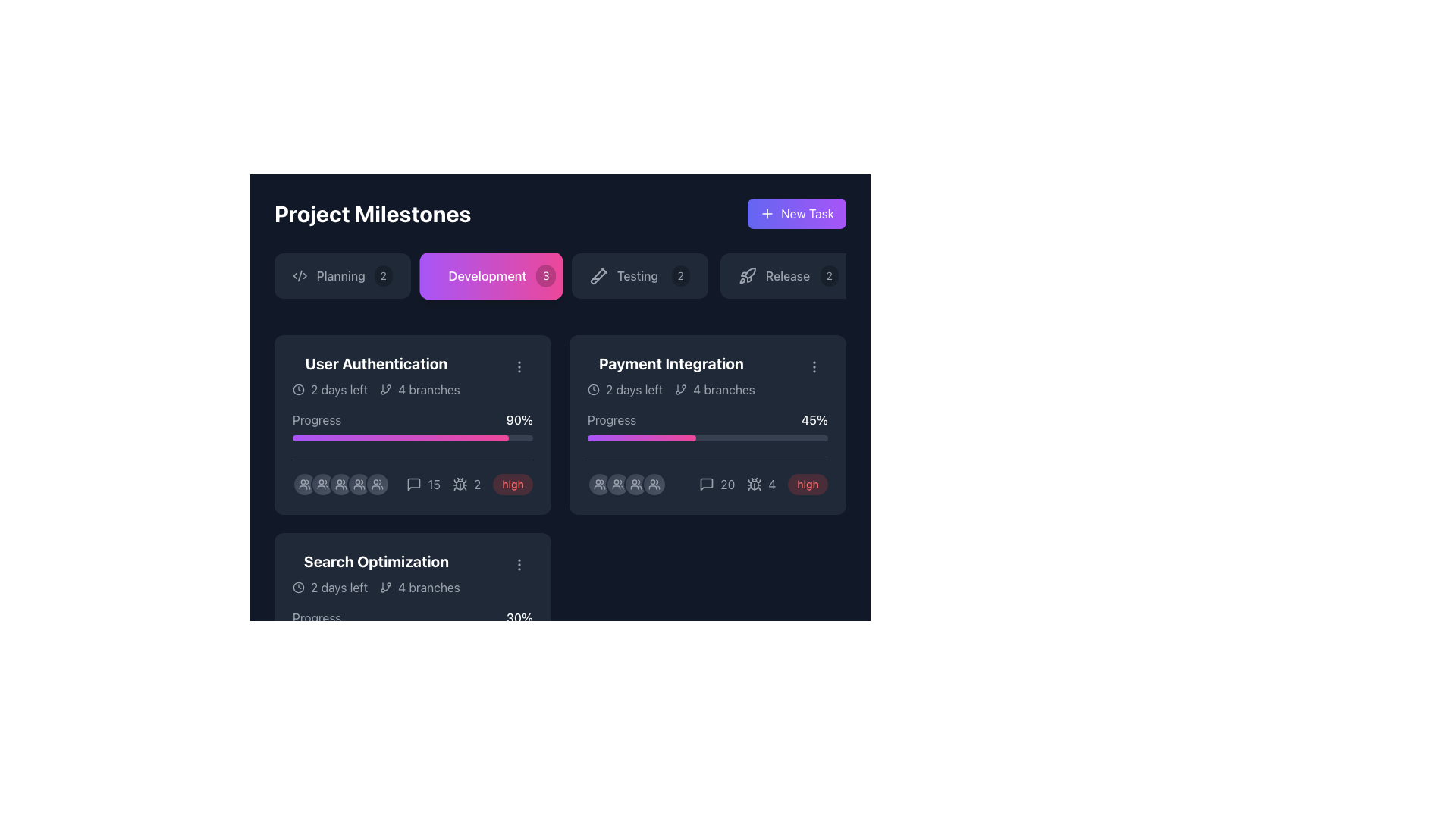 This screenshot has height=819, width=1456. What do you see at coordinates (546, 275) in the screenshot?
I see `the displayed count on the circular badge located to the right of the 'Development' button` at bounding box center [546, 275].